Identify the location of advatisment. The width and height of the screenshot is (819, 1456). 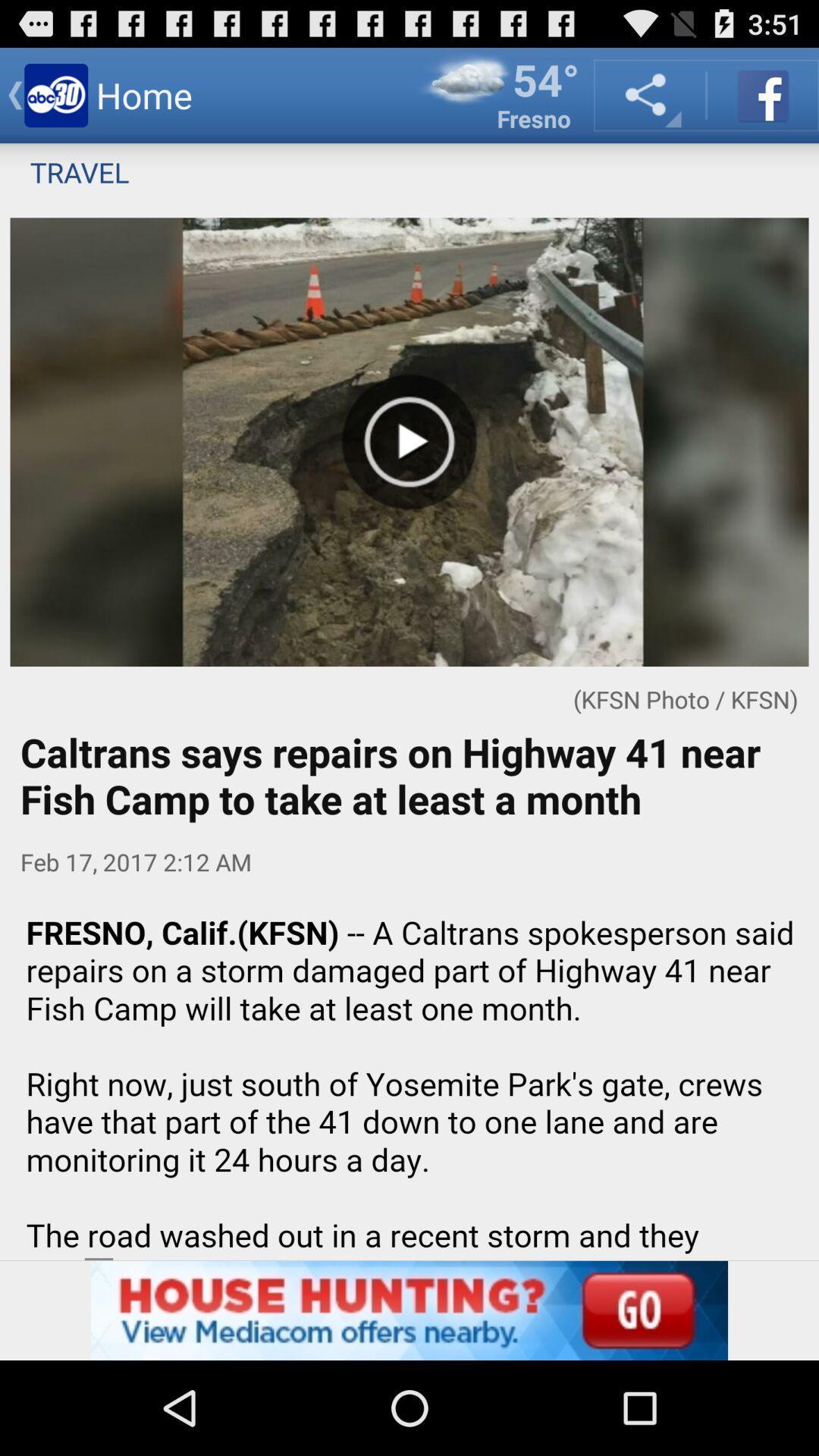
(409, 1077).